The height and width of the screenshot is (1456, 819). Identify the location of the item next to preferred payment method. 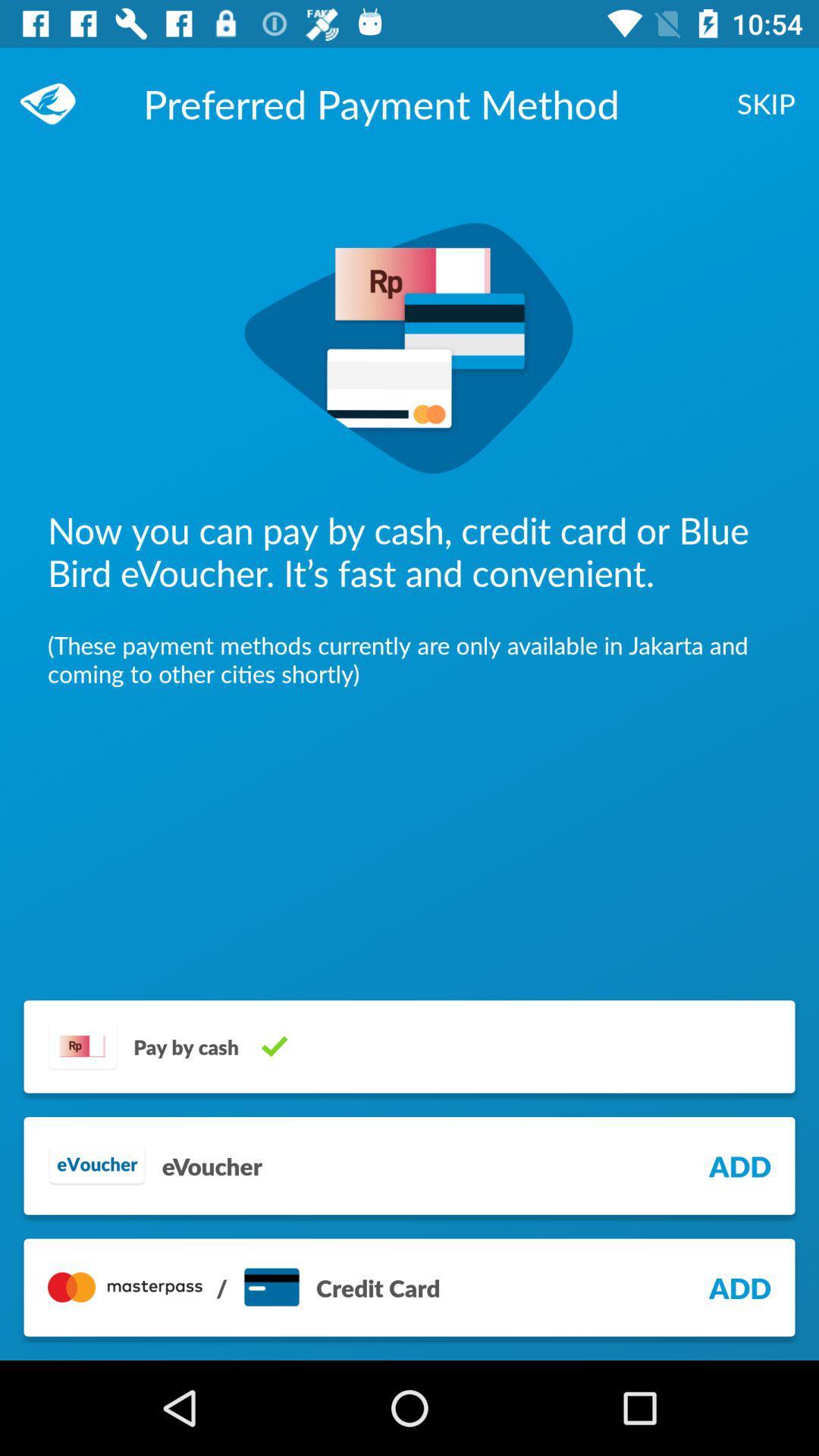
(55, 102).